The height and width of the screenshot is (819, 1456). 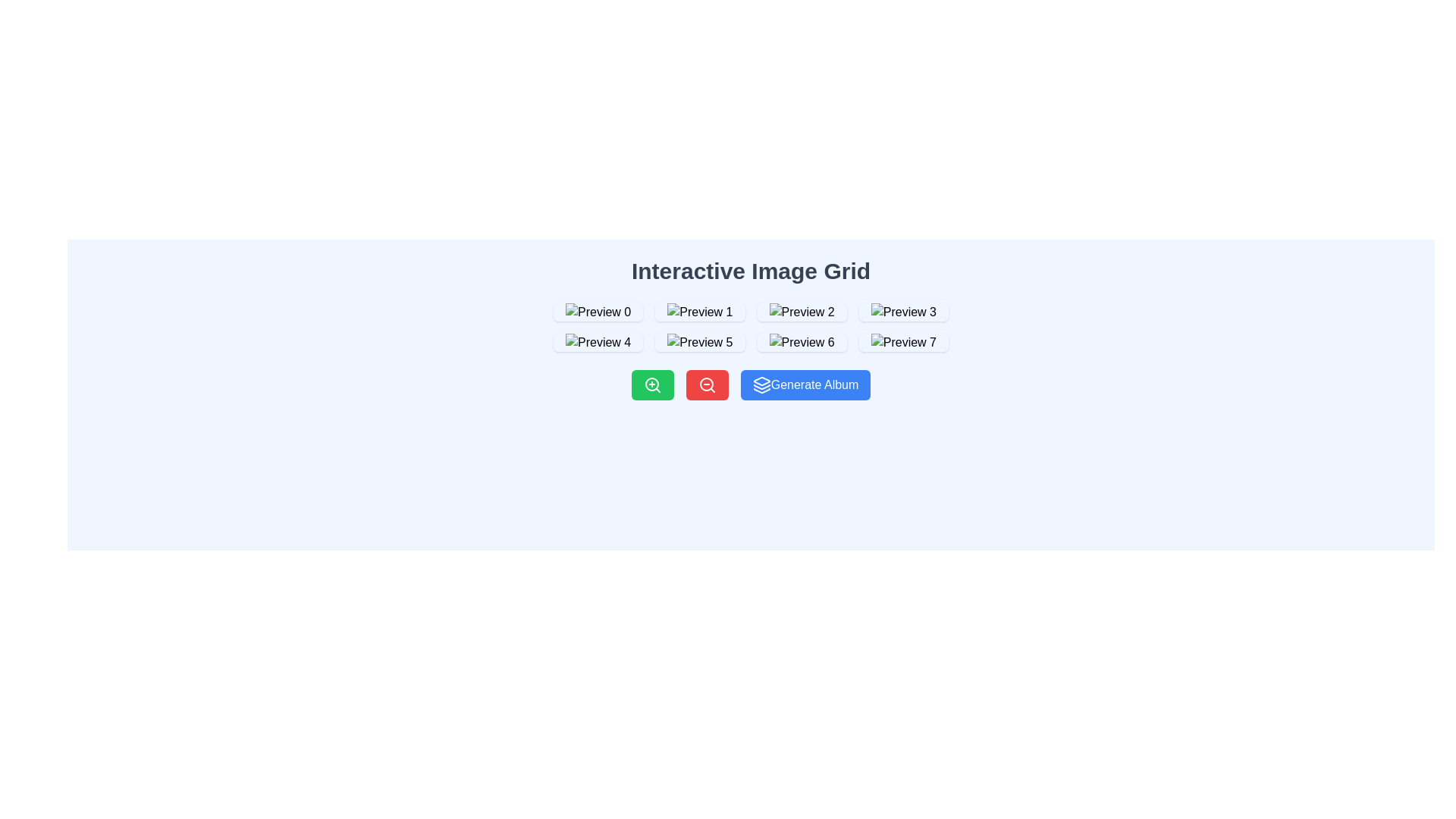 What do you see at coordinates (903, 342) in the screenshot?
I see `the interactive grid item located in the bottom row, rightmost column of the grid` at bounding box center [903, 342].